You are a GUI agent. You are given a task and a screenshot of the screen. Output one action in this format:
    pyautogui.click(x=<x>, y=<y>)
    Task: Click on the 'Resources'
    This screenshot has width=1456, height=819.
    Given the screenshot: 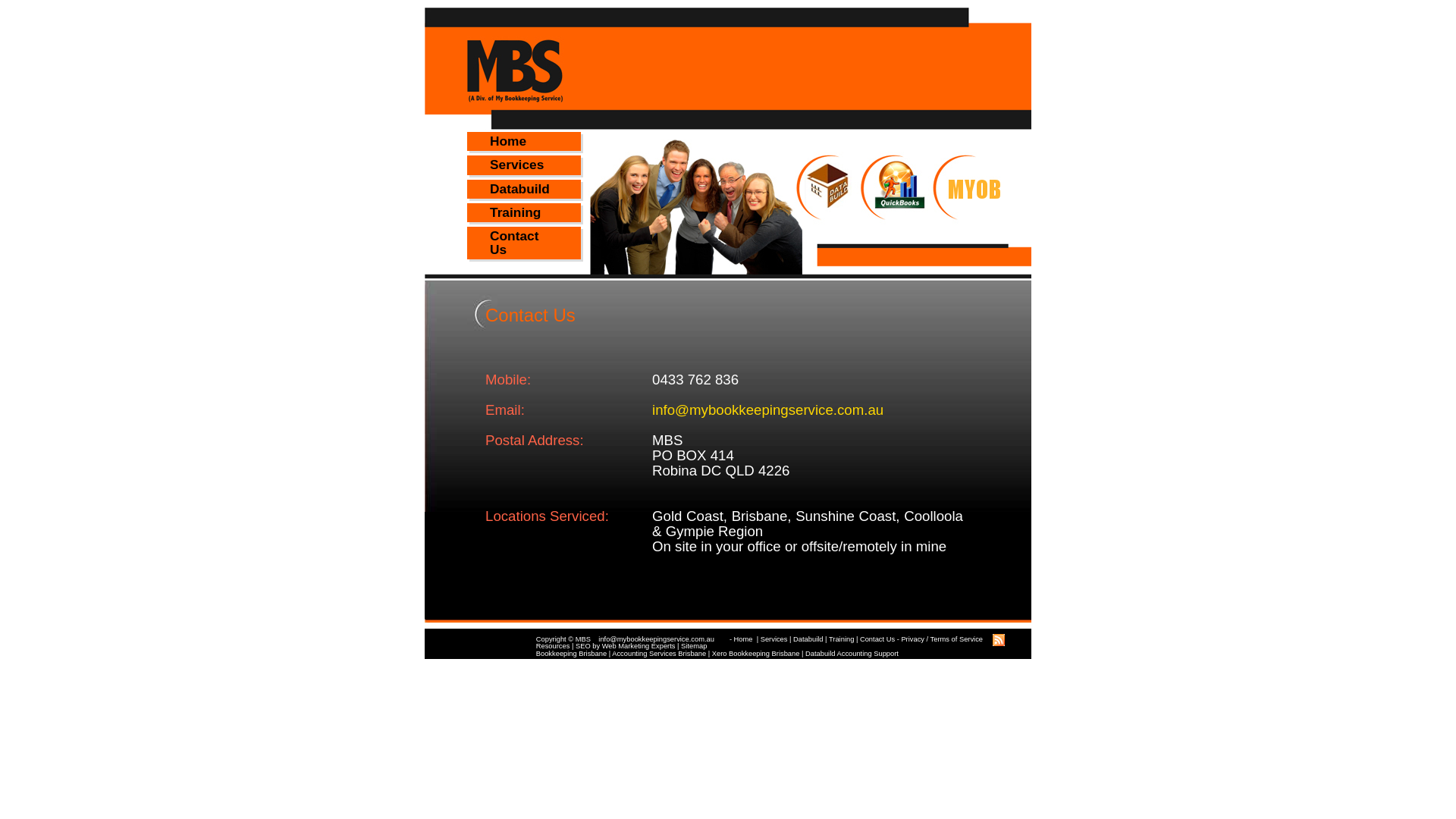 What is the action you would take?
    pyautogui.click(x=552, y=646)
    